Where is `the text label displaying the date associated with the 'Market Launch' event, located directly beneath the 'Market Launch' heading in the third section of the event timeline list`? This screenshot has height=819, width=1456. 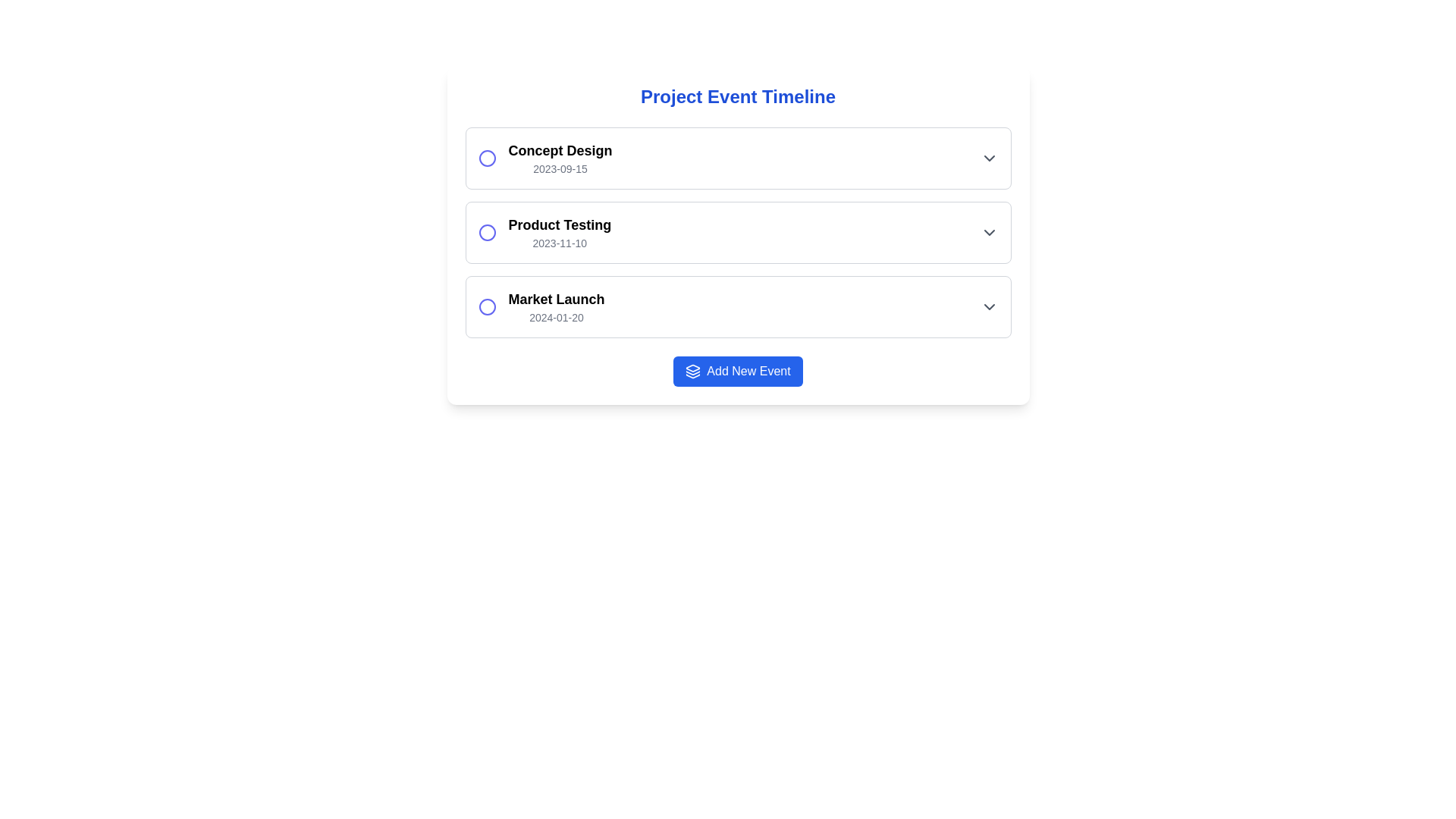 the text label displaying the date associated with the 'Market Launch' event, located directly beneath the 'Market Launch' heading in the third section of the event timeline list is located at coordinates (556, 317).